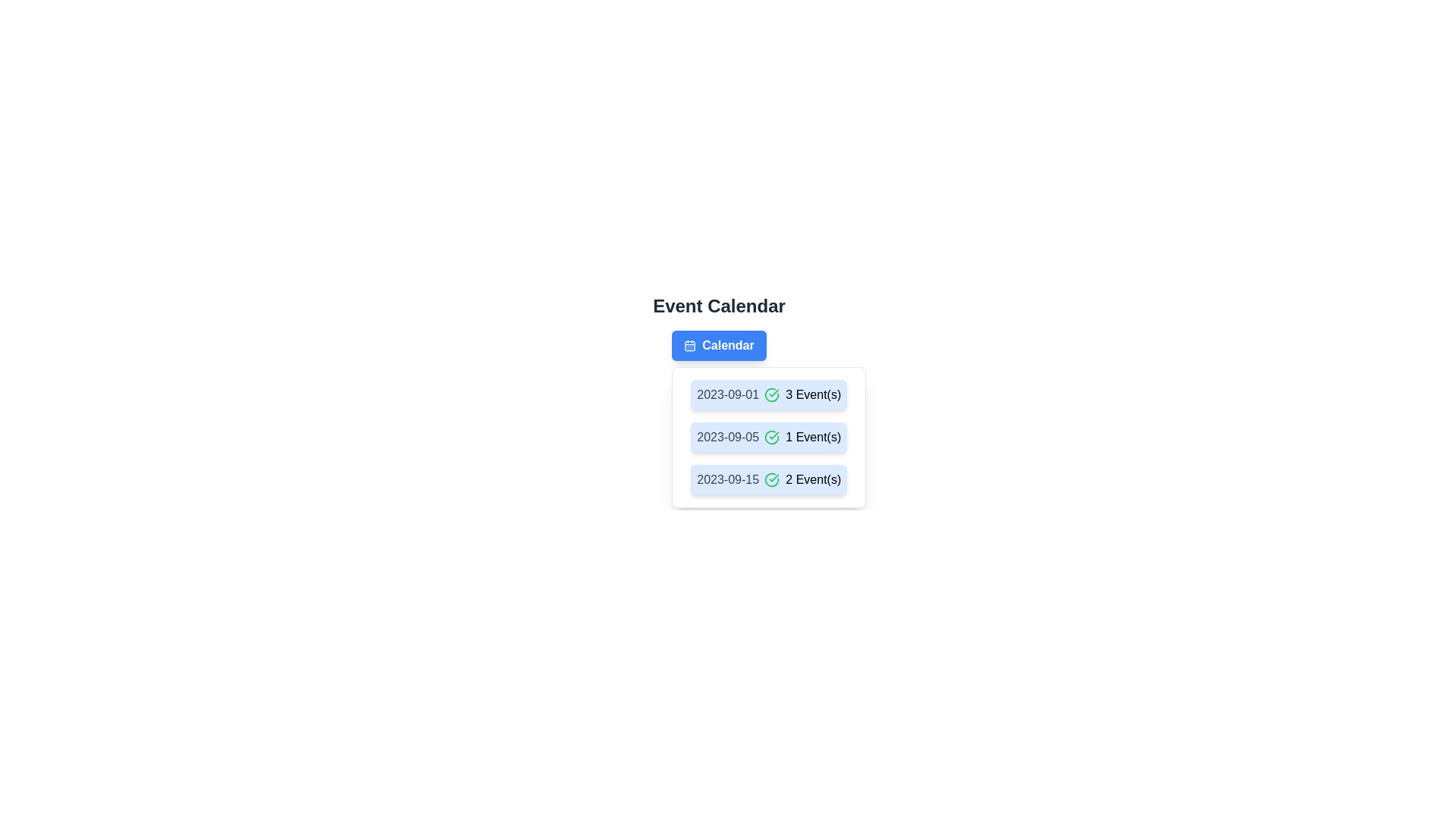 The image size is (1456, 819). Describe the element at coordinates (769, 438) in the screenshot. I see `the dropdown content items that display event dates and counts, which are located below the 'Calendar' button with a light blue background and rounded corners` at that location.